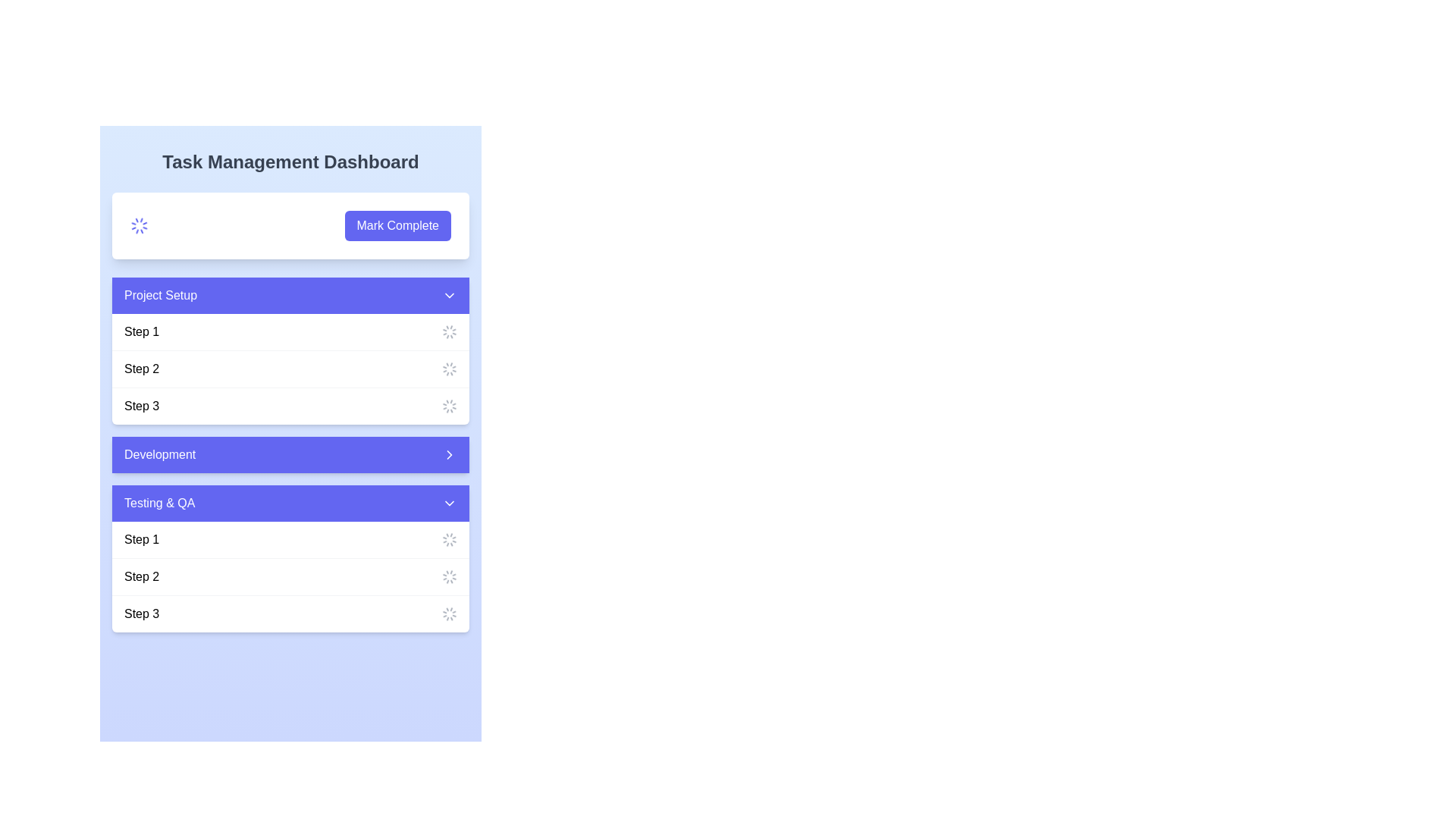  Describe the element at coordinates (142, 406) in the screenshot. I see `the label reading 'Step 3', which is the third entry in the list under the 'Project Setup' section, displayed in bold black text on a white background` at that location.